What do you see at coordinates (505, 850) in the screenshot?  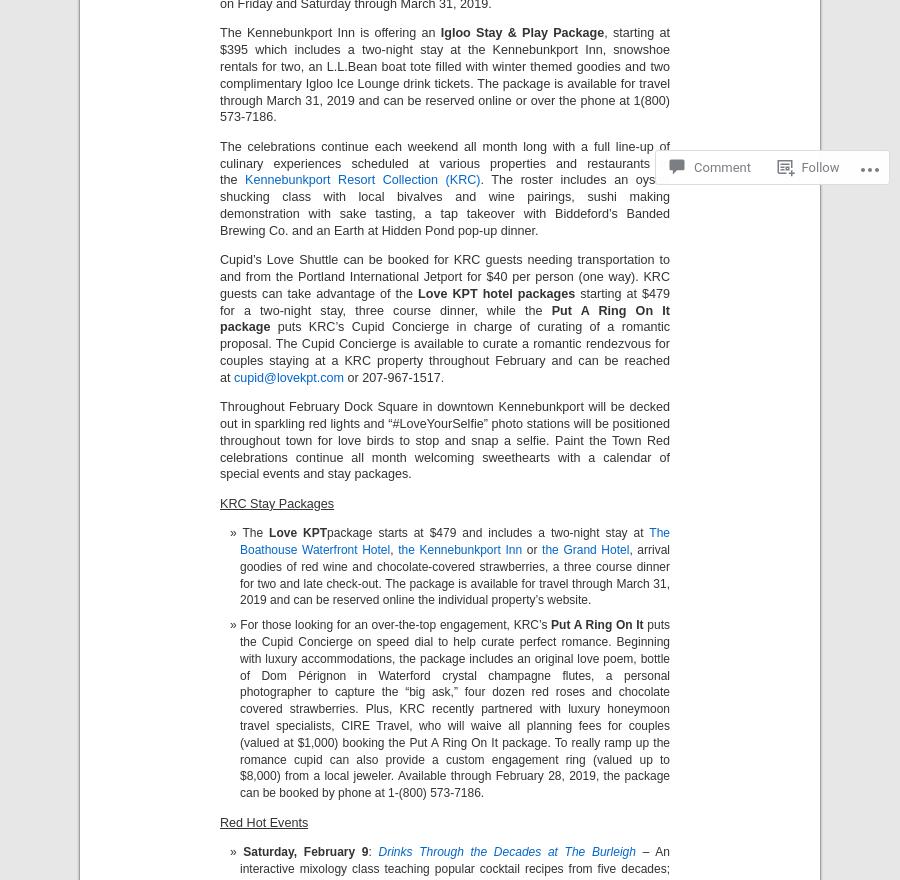 I see `'Drinks Through the Decades at The Burleigh'` at bounding box center [505, 850].